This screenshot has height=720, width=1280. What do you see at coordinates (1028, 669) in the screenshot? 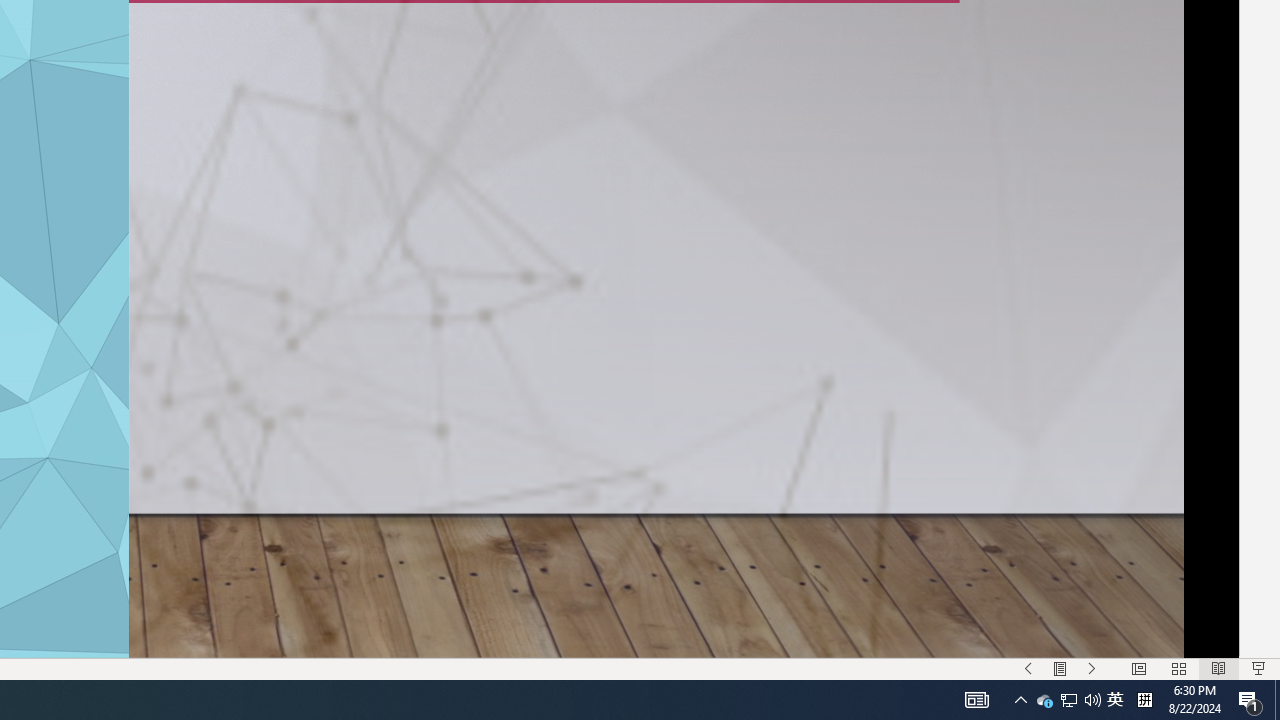
I see `'Slide Show Previous On'` at bounding box center [1028, 669].